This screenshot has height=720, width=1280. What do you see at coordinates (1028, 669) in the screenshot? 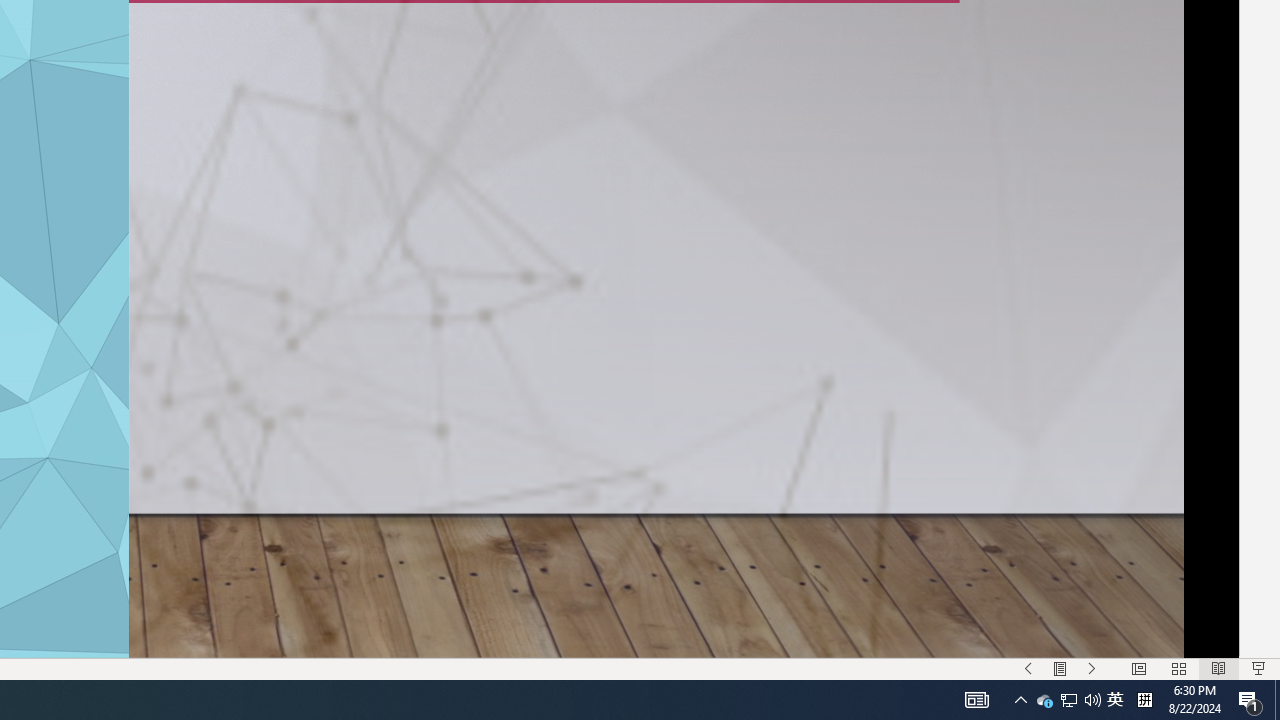
I see `'Slide Show Previous On'` at bounding box center [1028, 669].